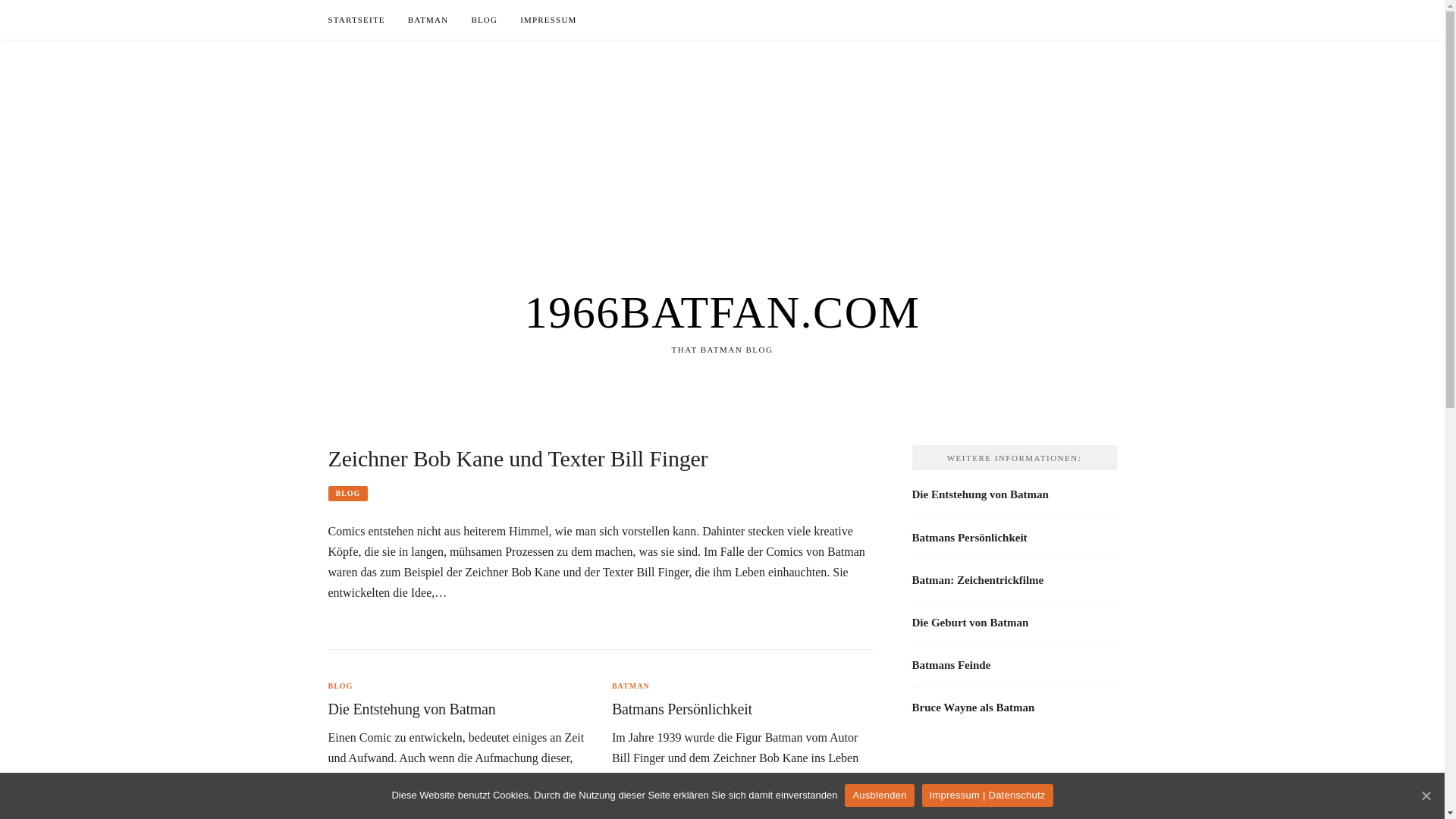  I want to click on 'Die Geburt von Batman', so click(968, 623).